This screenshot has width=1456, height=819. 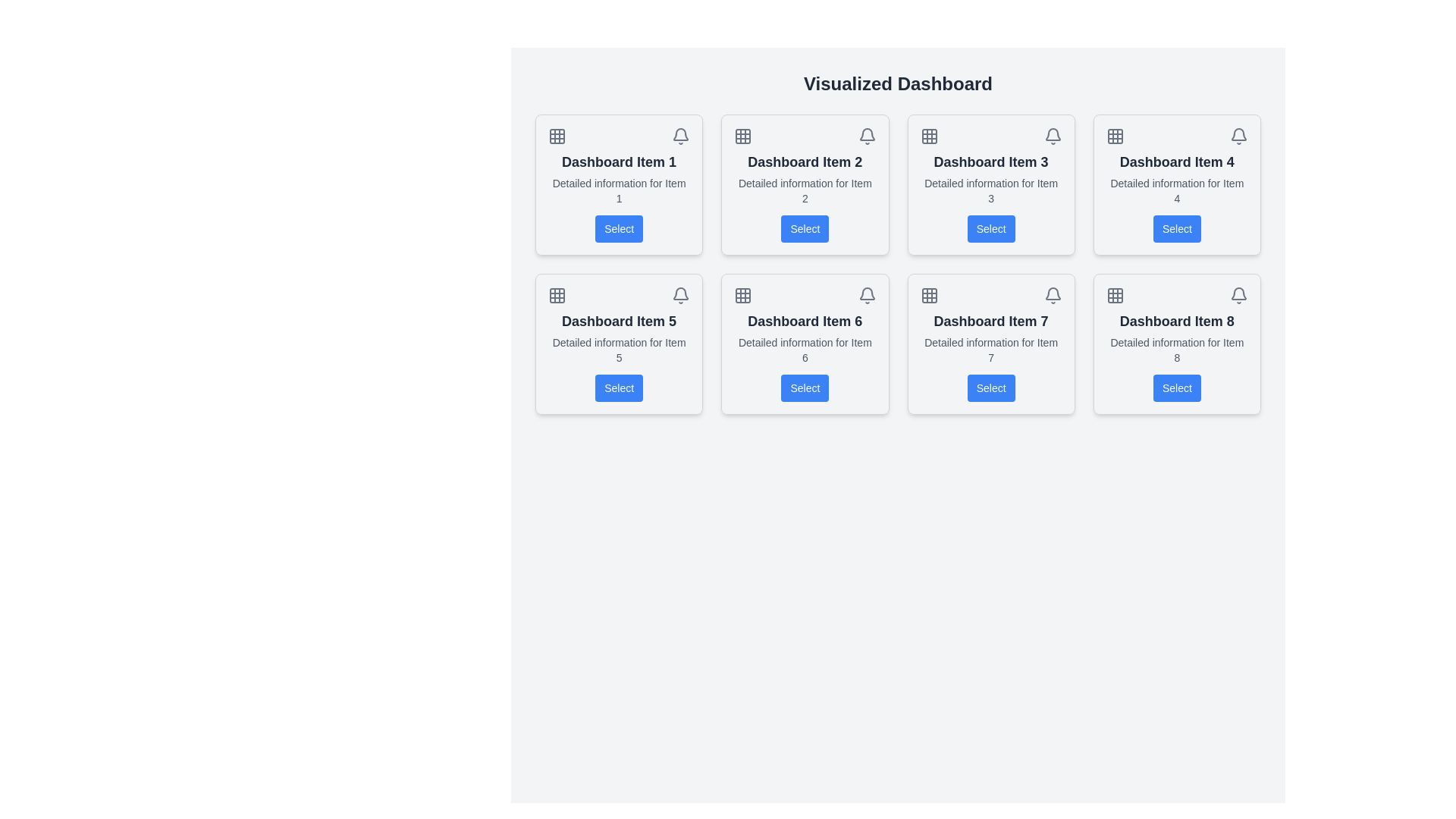 I want to click on the text label reading 'Dashboard Item 1', which is styled with a bold font and larger size, located in the upper-left quadrant of the interface within the first dashboard card, so click(x=619, y=162).